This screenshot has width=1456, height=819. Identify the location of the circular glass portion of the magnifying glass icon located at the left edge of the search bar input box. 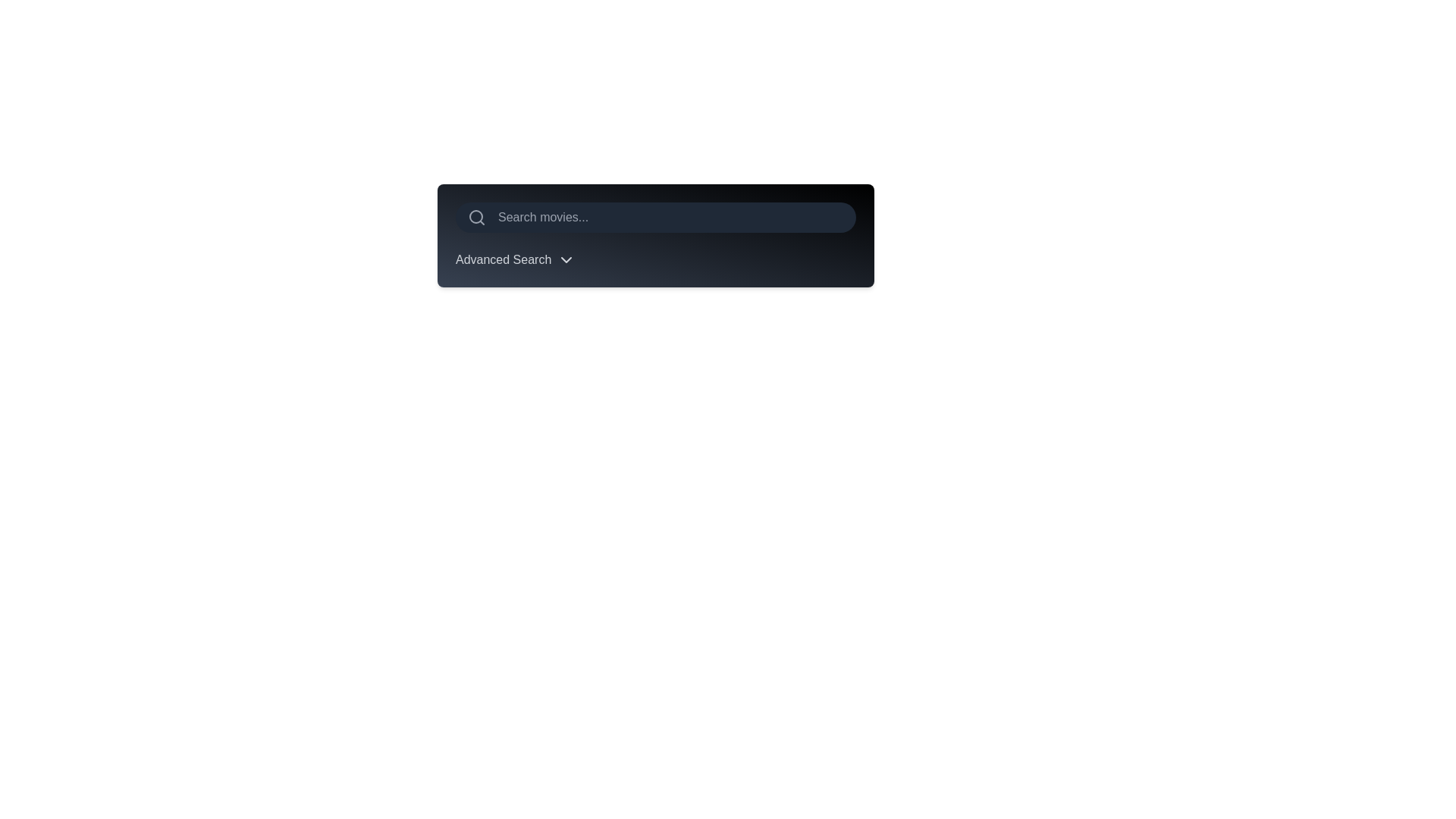
(475, 216).